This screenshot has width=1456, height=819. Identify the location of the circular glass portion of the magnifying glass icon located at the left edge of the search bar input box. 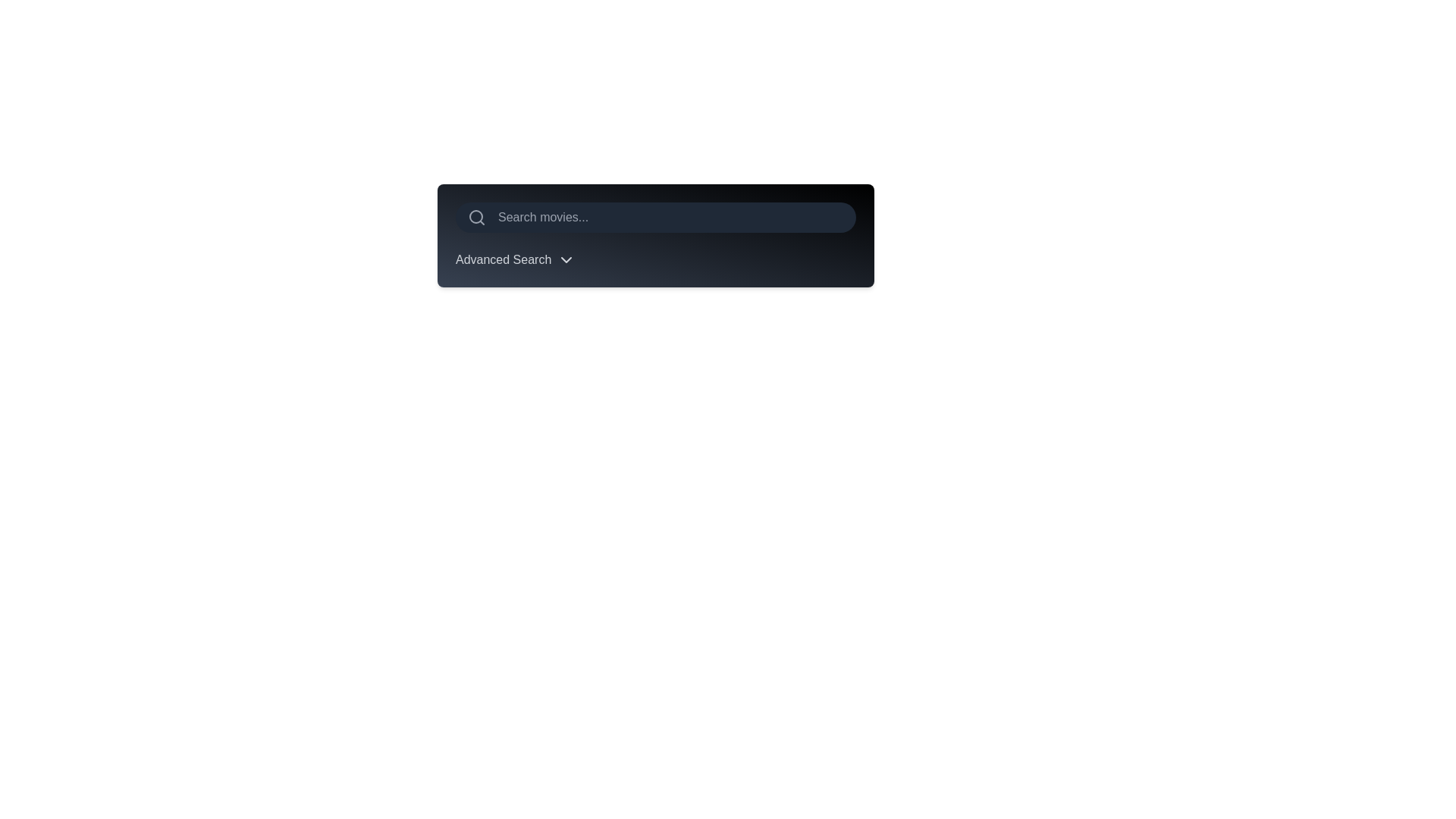
(475, 216).